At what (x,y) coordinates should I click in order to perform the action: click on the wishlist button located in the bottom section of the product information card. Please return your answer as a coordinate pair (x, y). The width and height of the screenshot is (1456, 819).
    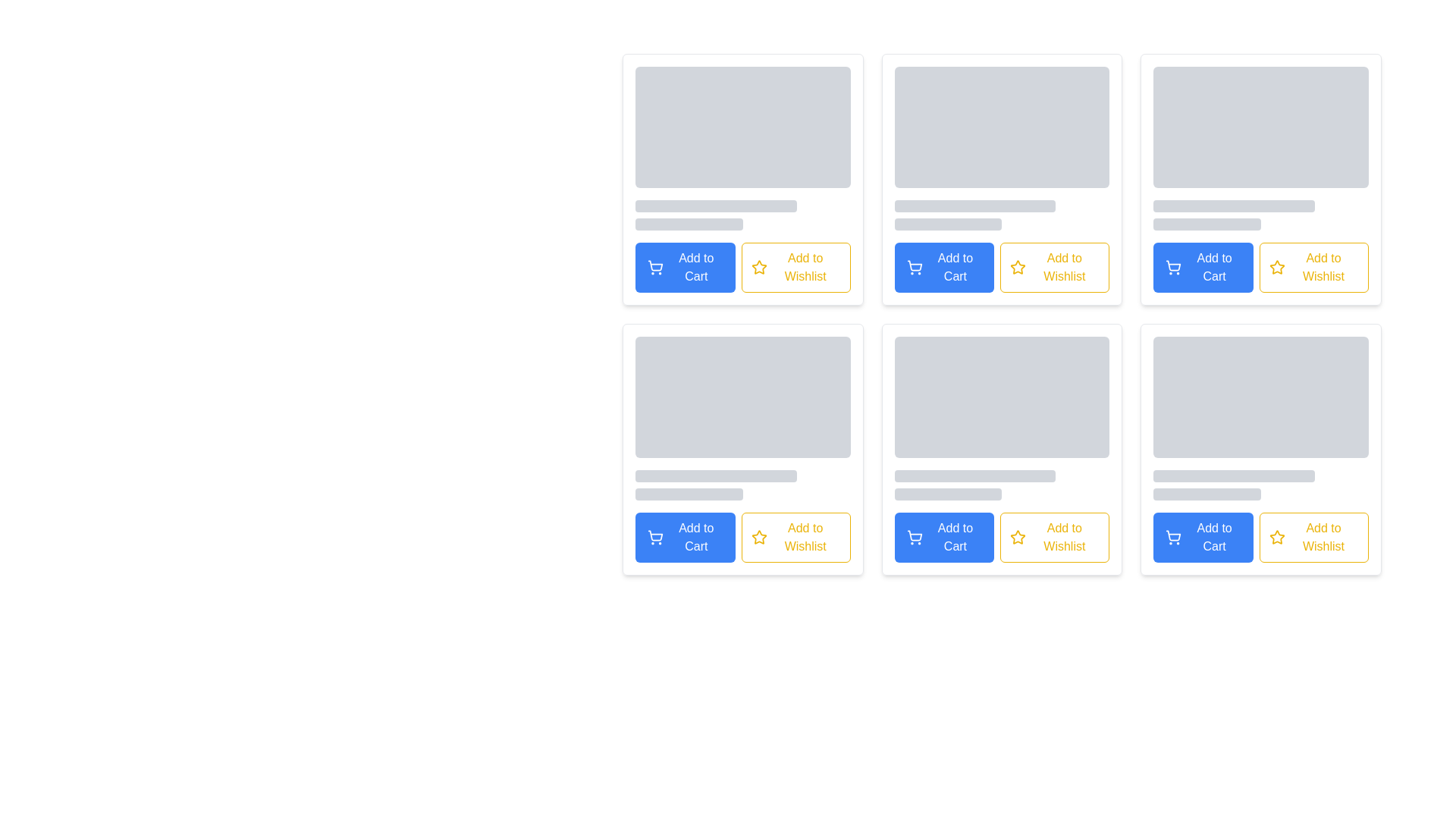
    Looking at the image, I should click on (1054, 537).